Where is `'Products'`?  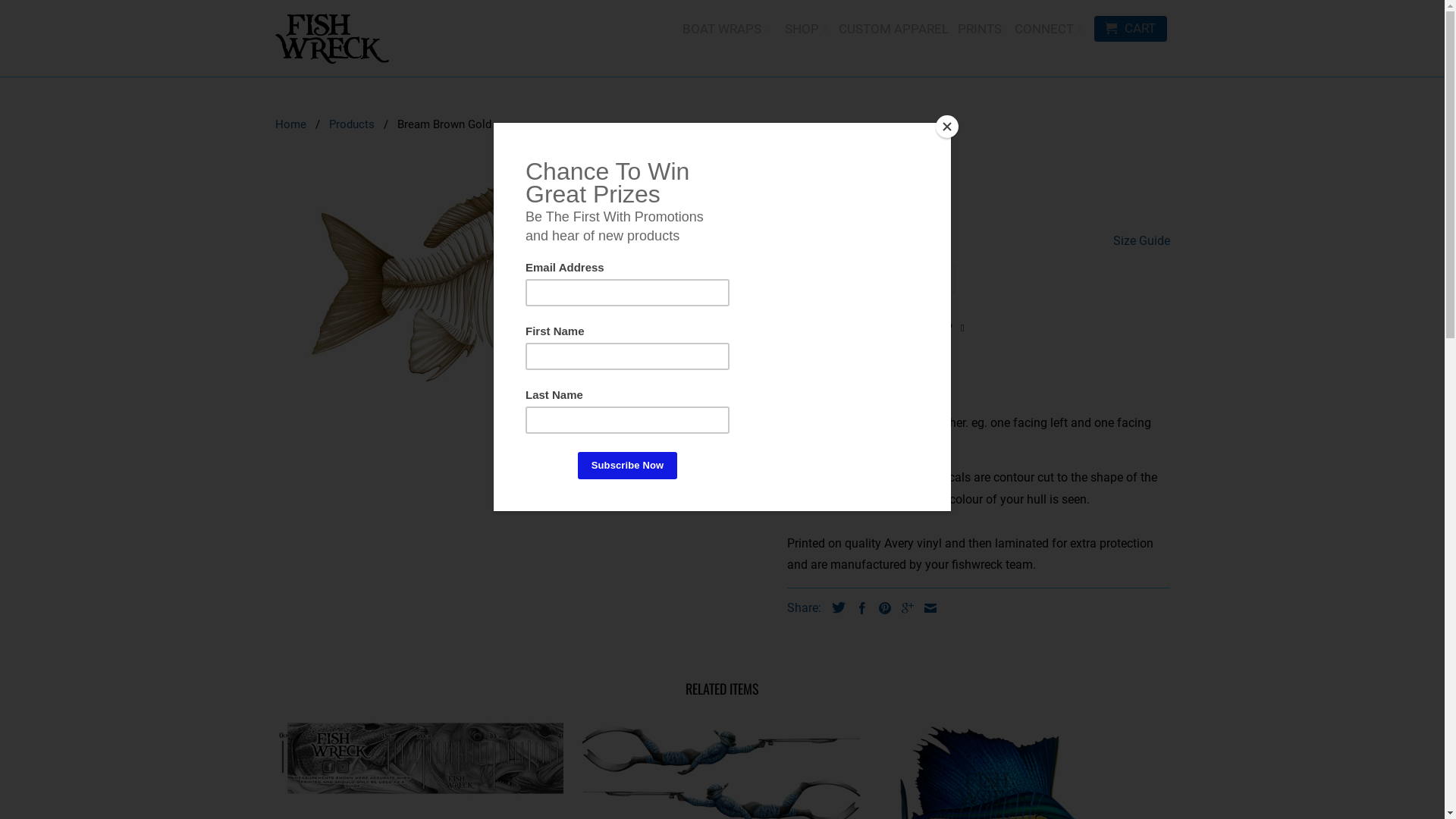
'Products' is located at coordinates (328, 124).